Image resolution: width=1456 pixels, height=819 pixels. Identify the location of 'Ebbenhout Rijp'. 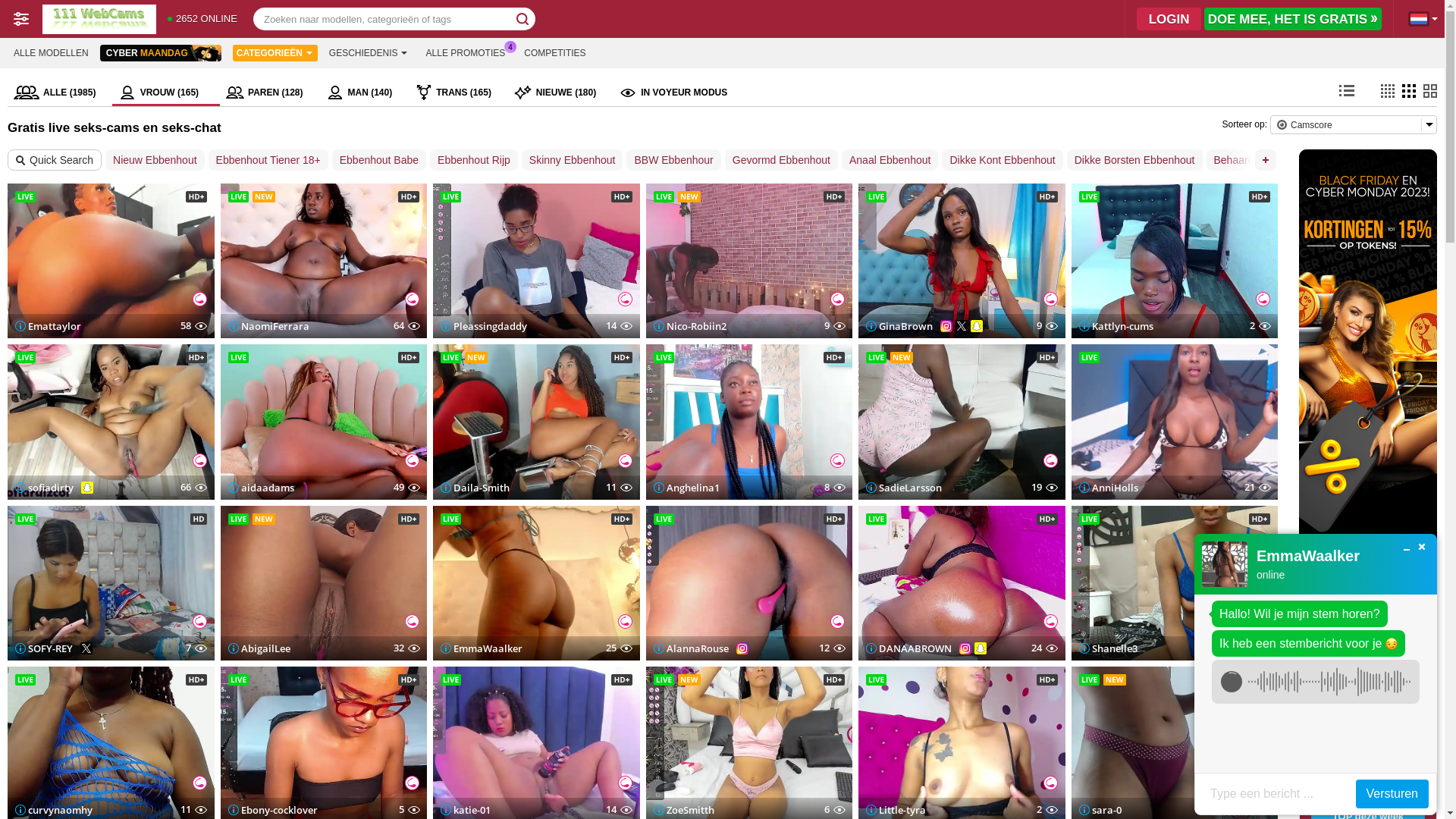
(428, 160).